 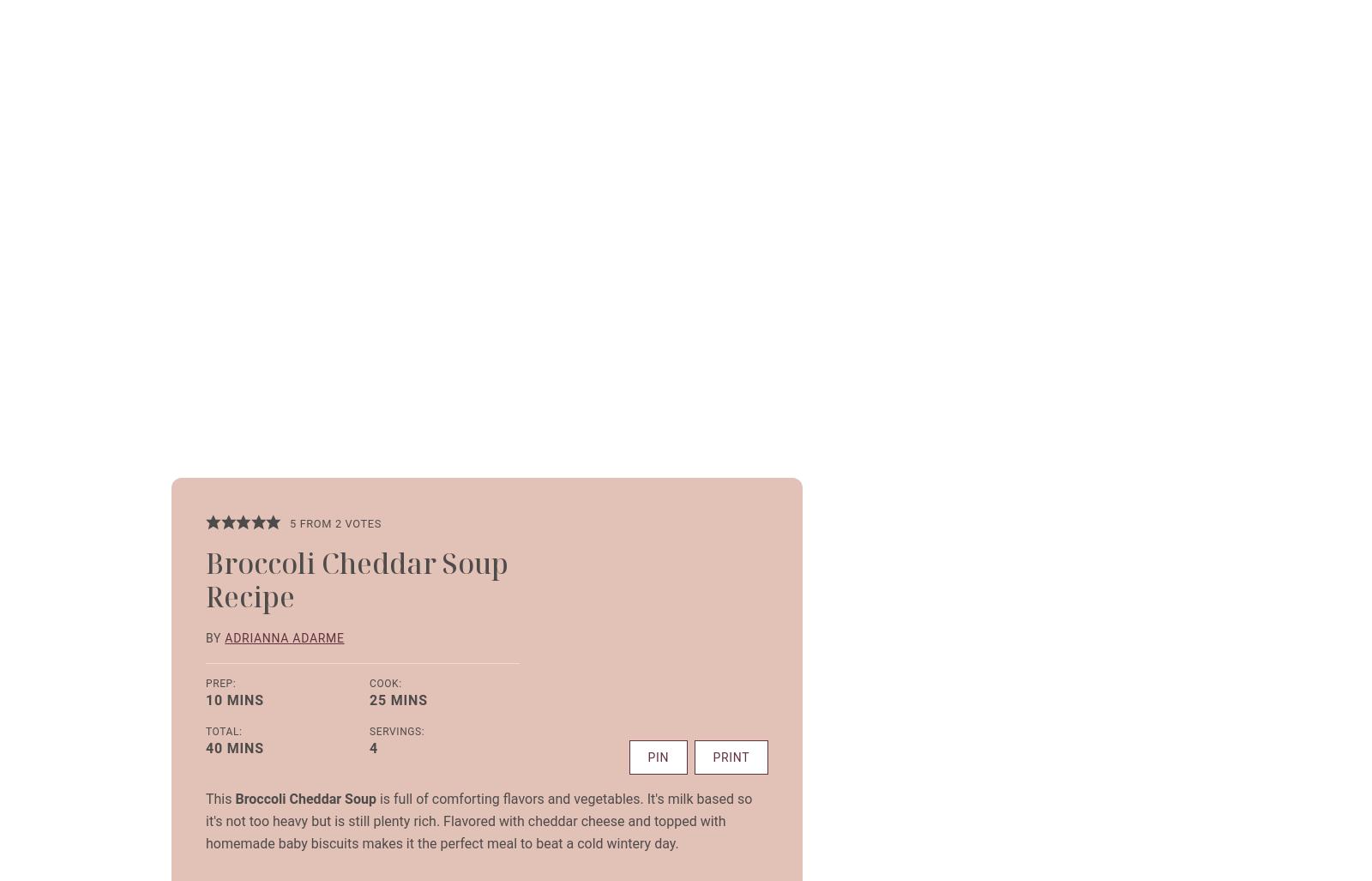 What do you see at coordinates (396, 730) in the screenshot?
I see `'Servings:'` at bounding box center [396, 730].